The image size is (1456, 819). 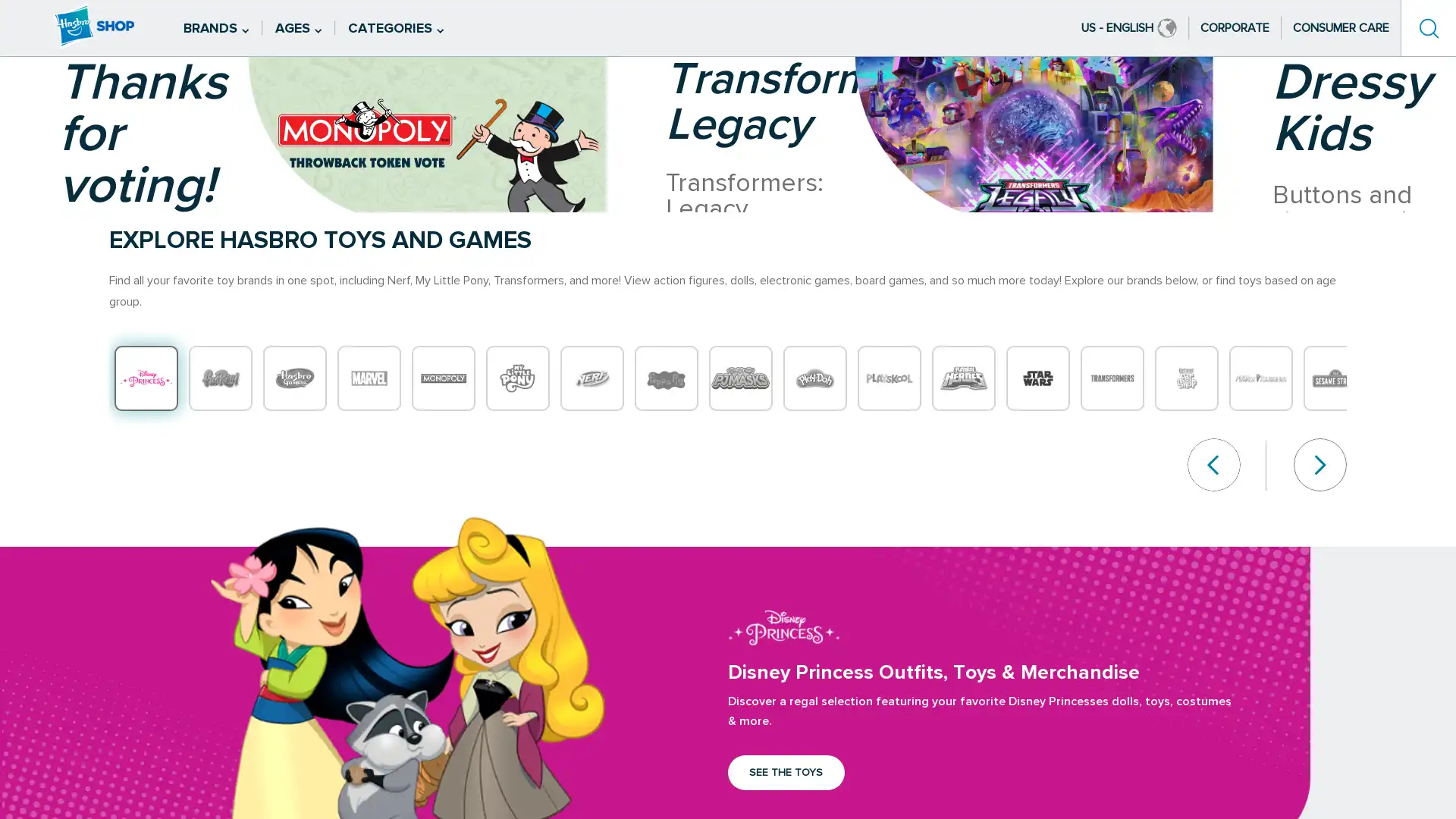 I want to click on 2, so click(x=55, y=262).